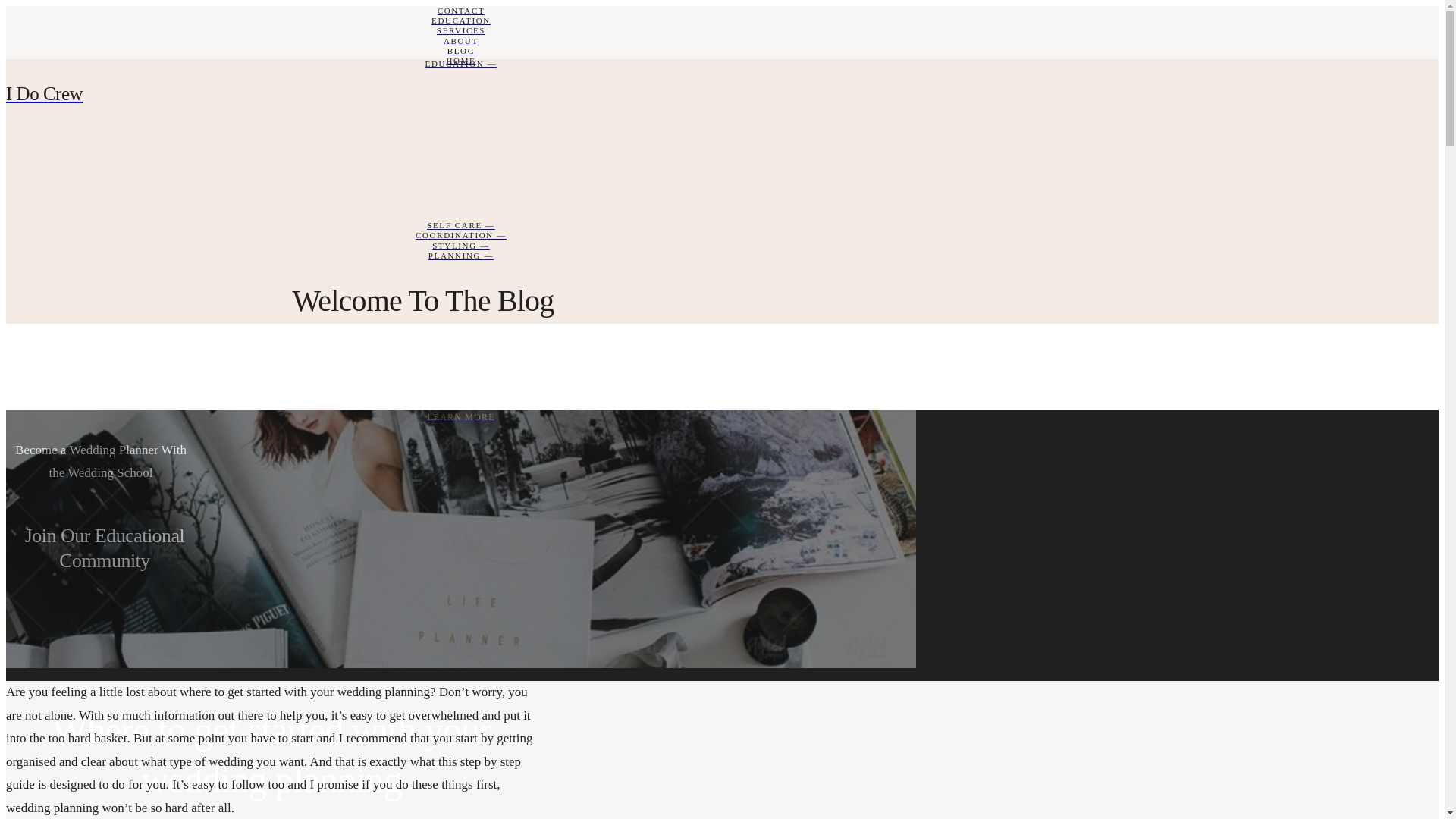  What do you see at coordinates (460, 50) in the screenshot?
I see `'BLOG'` at bounding box center [460, 50].